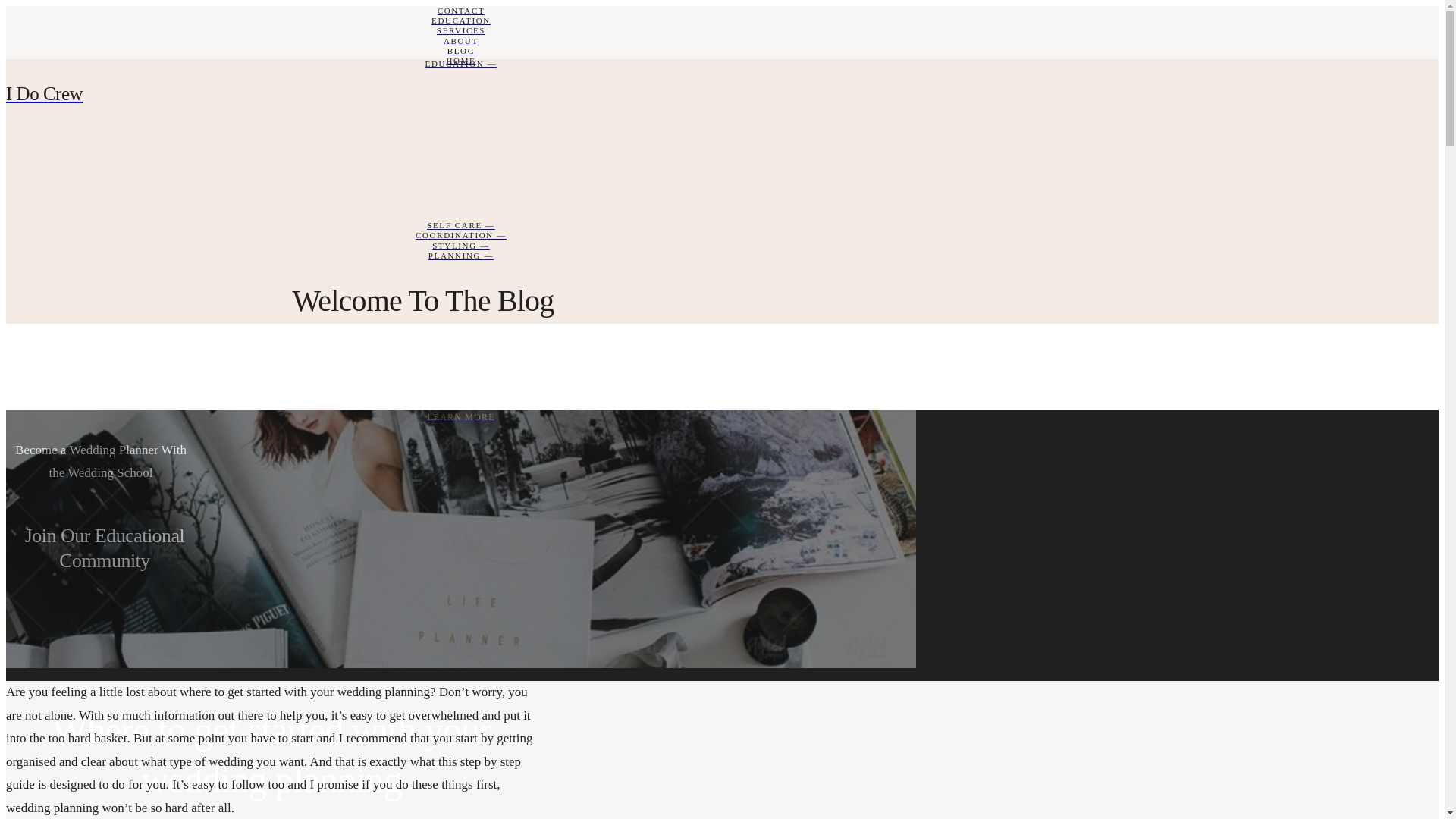  What do you see at coordinates (460, 50) in the screenshot?
I see `'BLOG'` at bounding box center [460, 50].